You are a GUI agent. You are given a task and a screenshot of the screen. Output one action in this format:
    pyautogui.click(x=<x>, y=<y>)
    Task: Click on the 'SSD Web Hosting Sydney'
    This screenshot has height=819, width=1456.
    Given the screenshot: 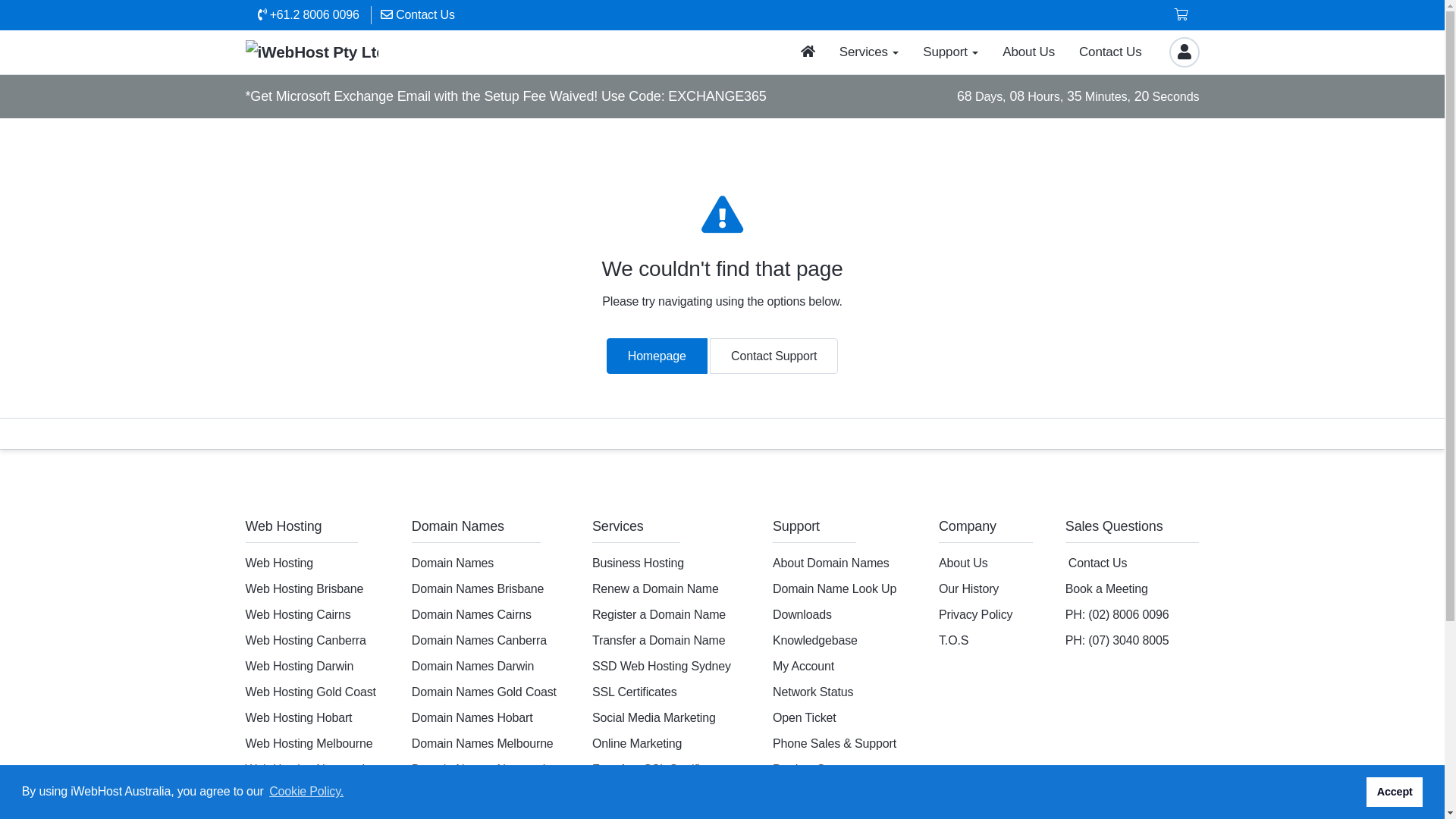 What is the action you would take?
    pyautogui.click(x=591, y=665)
    